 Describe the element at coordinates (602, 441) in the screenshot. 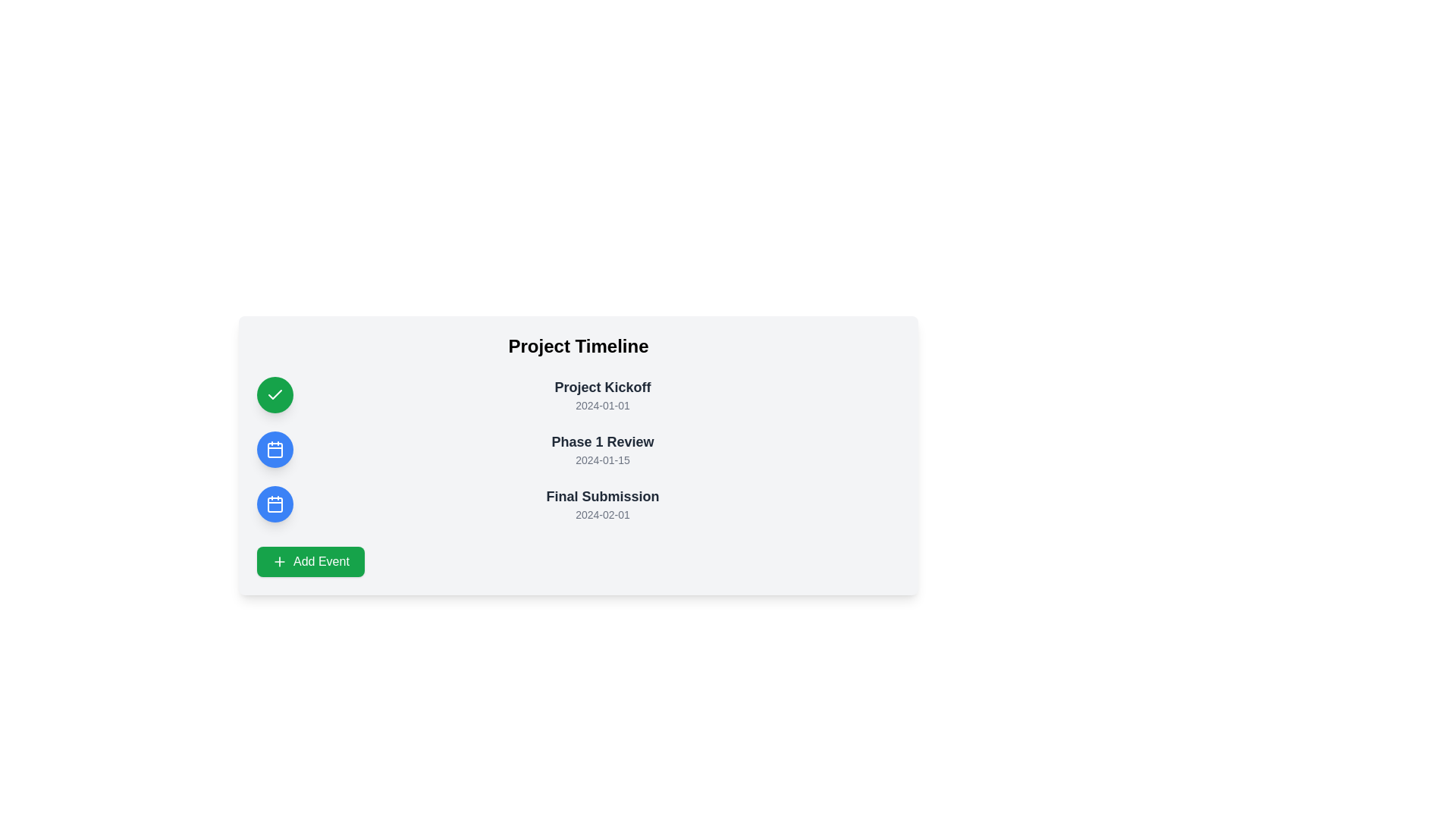

I see `text displayed in the centrally placed Text Label identifying the 'Phase 1 Review' event within the vertical timeline structure` at that location.